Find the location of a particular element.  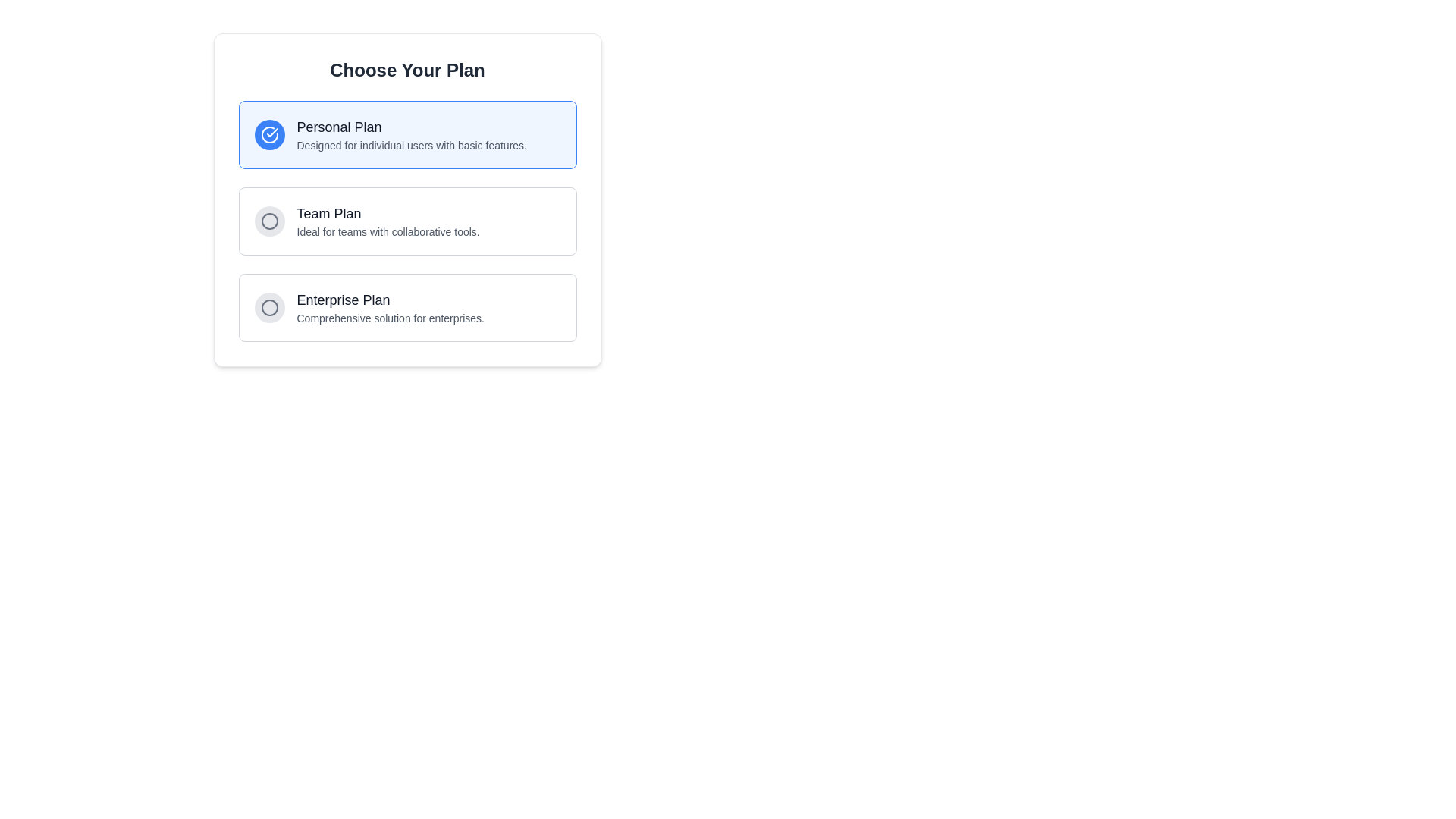

the decorative checkmark icon for the 'Personal Plan' option located at the top-left corner of the 'Personal Plan' selection card in the 'Choose Your Plan' section is located at coordinates (269, 133).